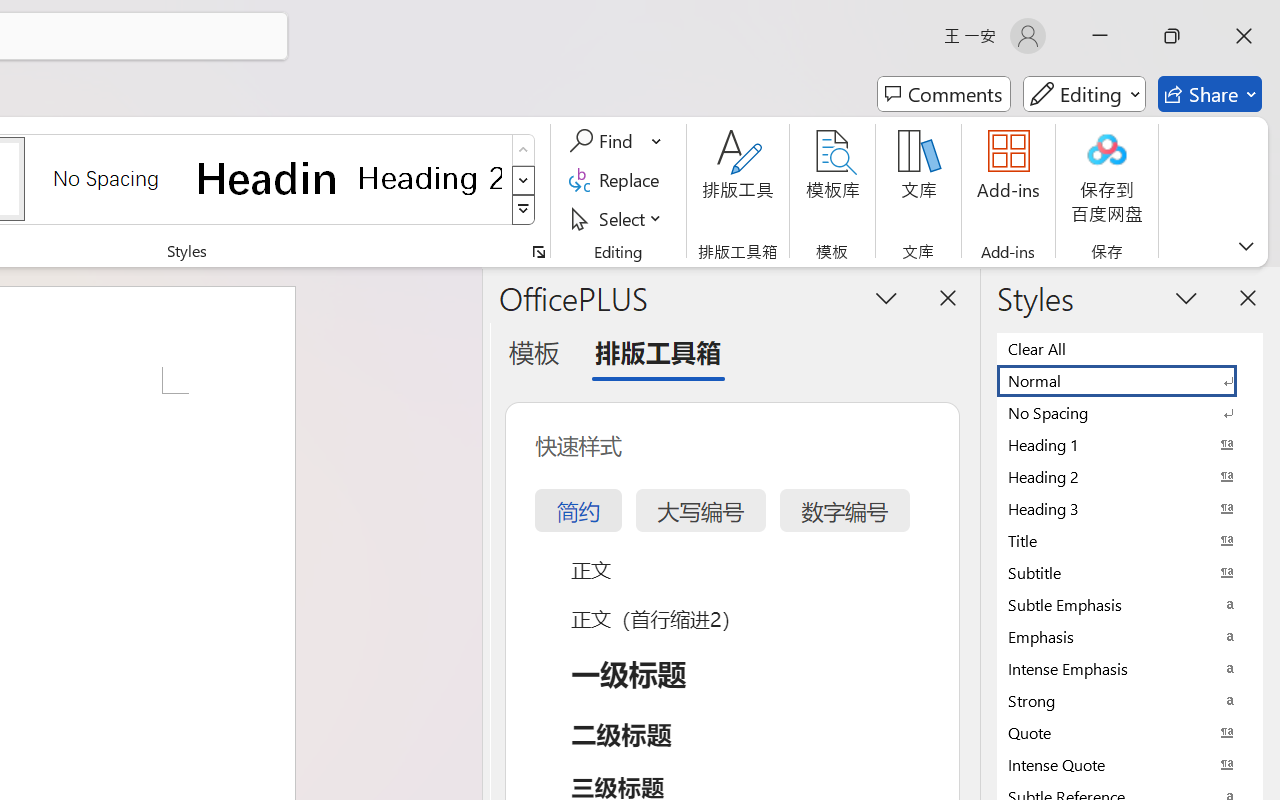 Image resolution: width=1280 pixels, height=800 pixels. I want to click on 'Normal', so click(1130, 379).